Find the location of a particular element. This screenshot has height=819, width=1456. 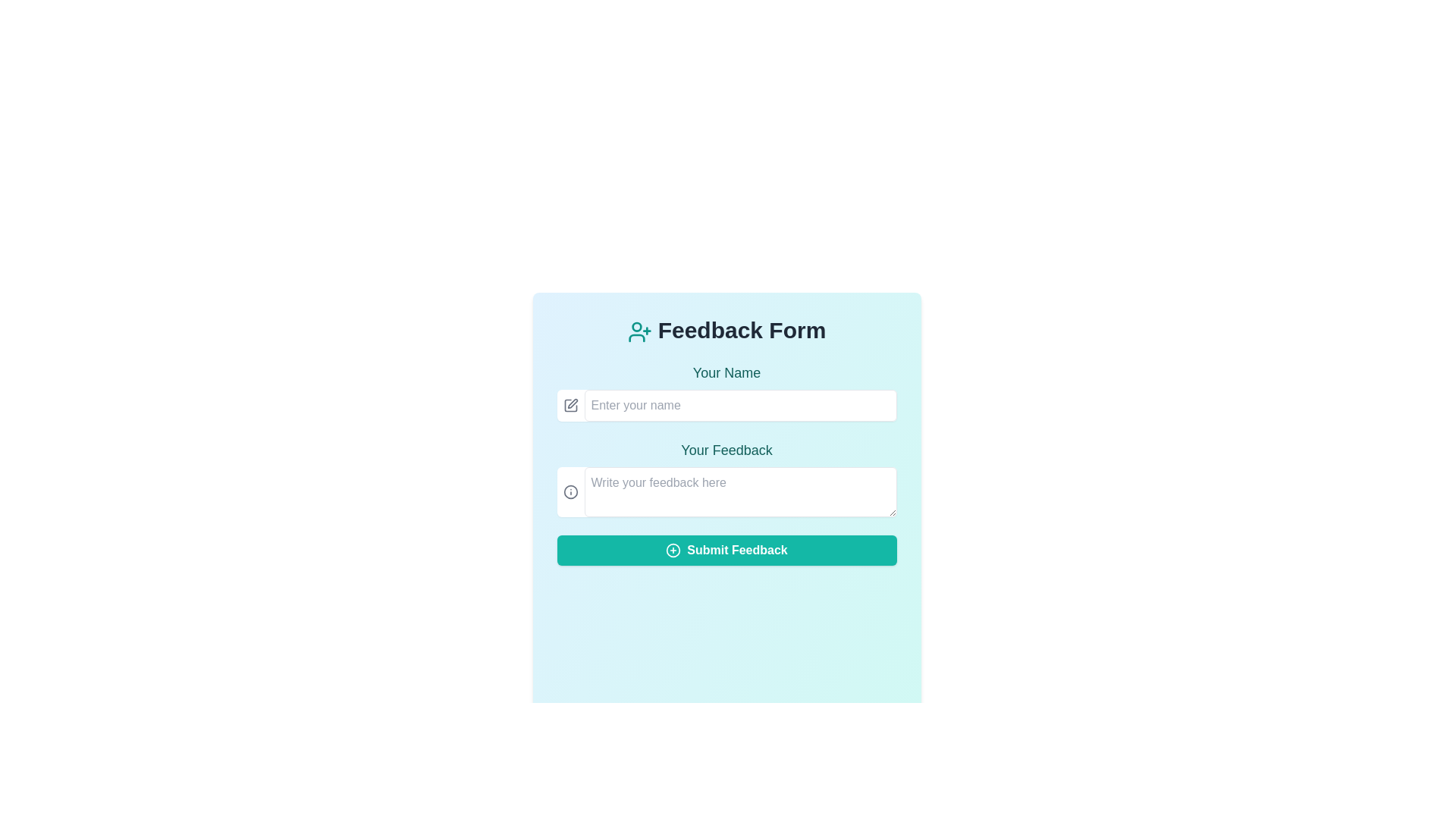

the label displaying the text 'Your Name', which is styled in teal and positioned above the corresponding input field for name entry is located at coordinates (726, 373).